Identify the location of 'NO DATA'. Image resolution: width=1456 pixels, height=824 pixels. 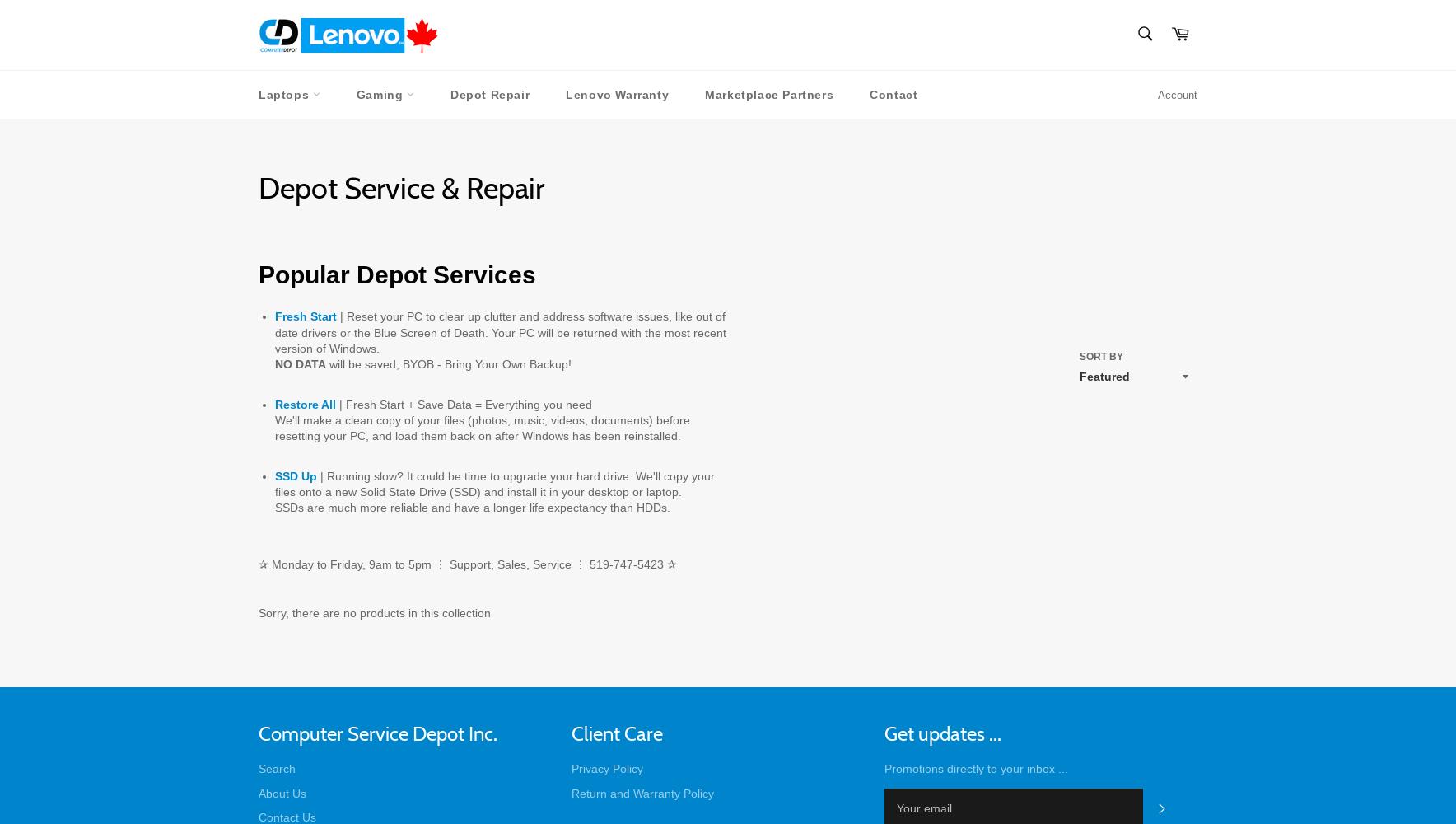
(274, 363).